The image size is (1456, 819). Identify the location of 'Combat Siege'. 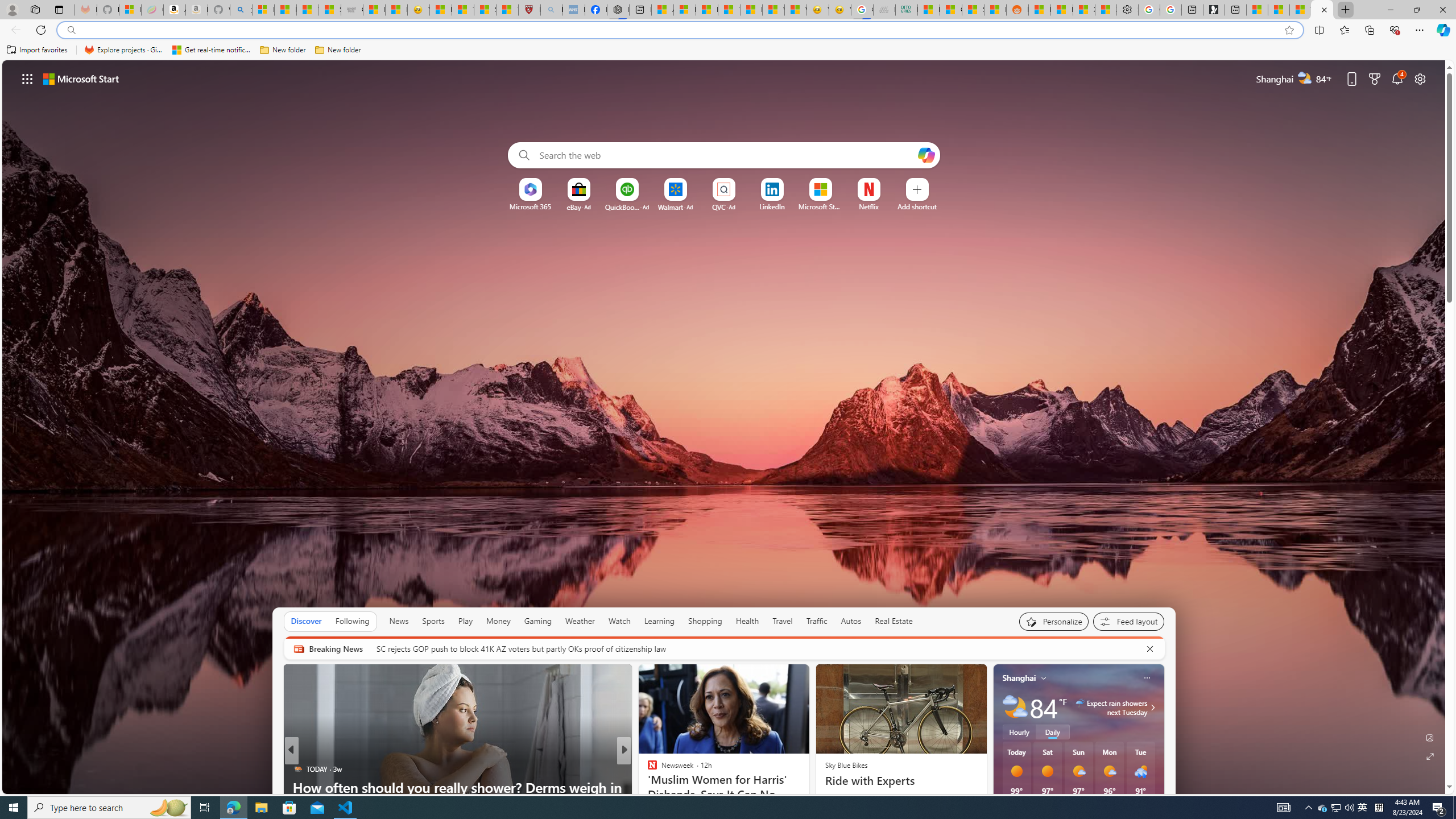
(352, 9).